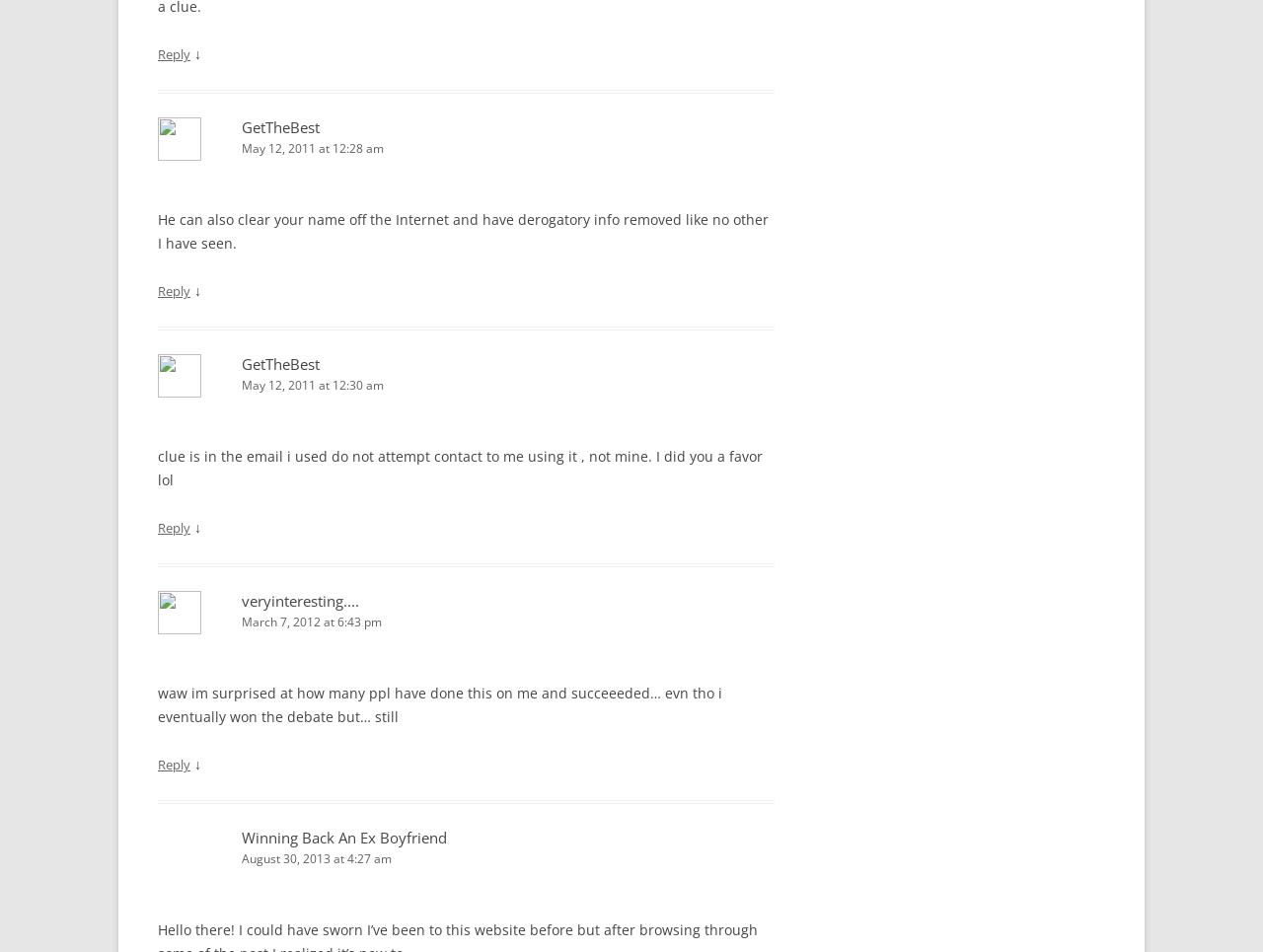  I want to click on 'August 30, 2013 at 4:27 am', so click(240, 857).